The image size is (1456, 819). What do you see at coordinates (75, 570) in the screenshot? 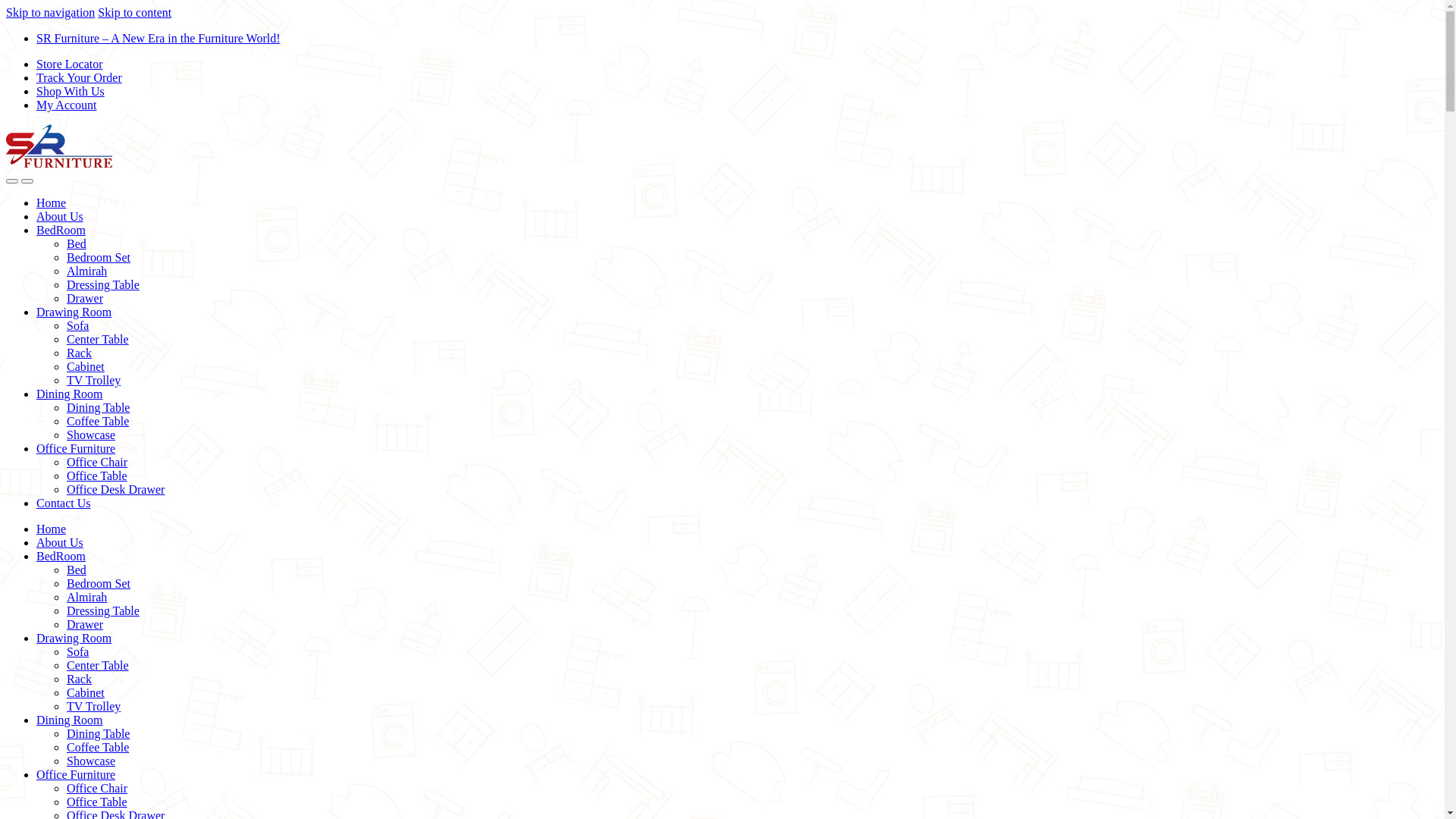
I see `'Bed'` at bounding box center [75, 570].